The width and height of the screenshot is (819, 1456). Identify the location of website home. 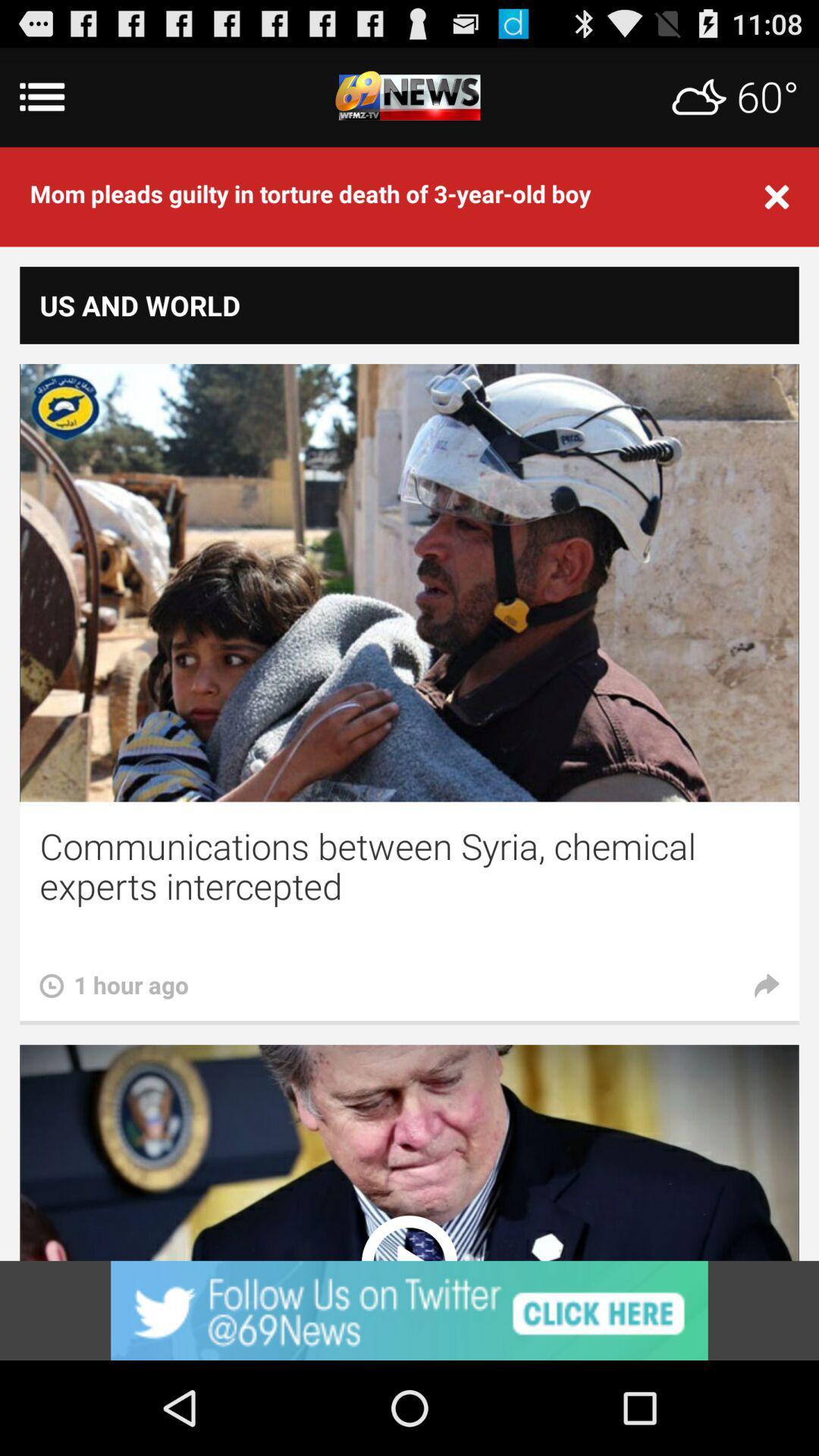
(409, 96).